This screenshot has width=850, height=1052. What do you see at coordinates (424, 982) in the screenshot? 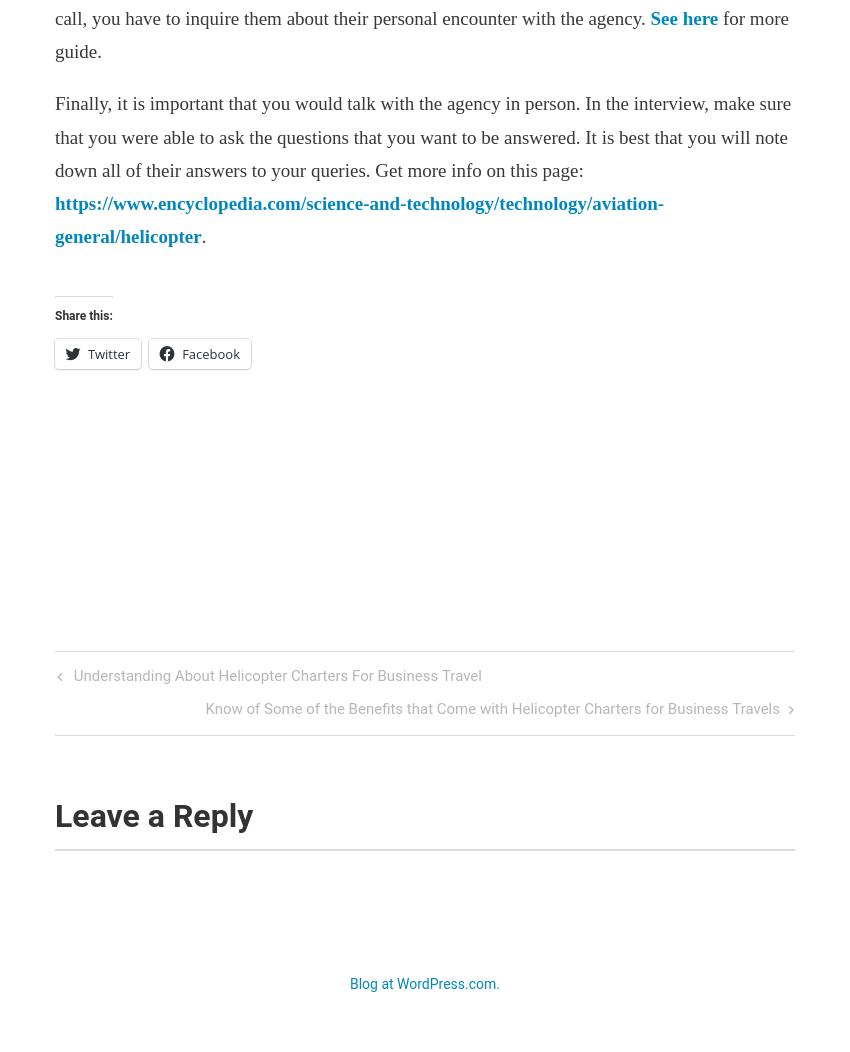
I see `'Blog at WordPress.com.'` at bounding box center [424, 982].